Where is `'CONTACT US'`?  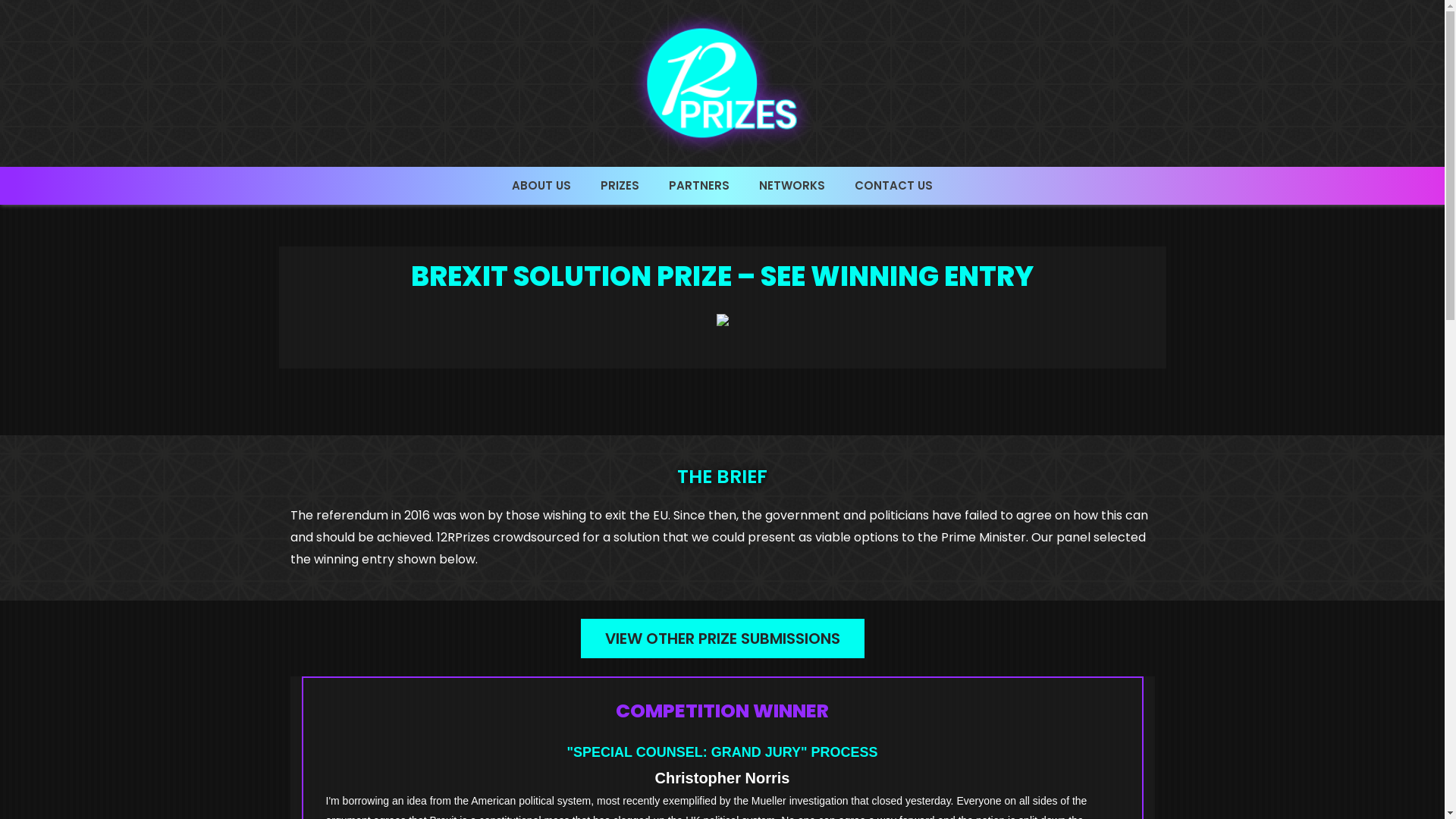
'CONTACT US' is located at coordinates (855, 185).